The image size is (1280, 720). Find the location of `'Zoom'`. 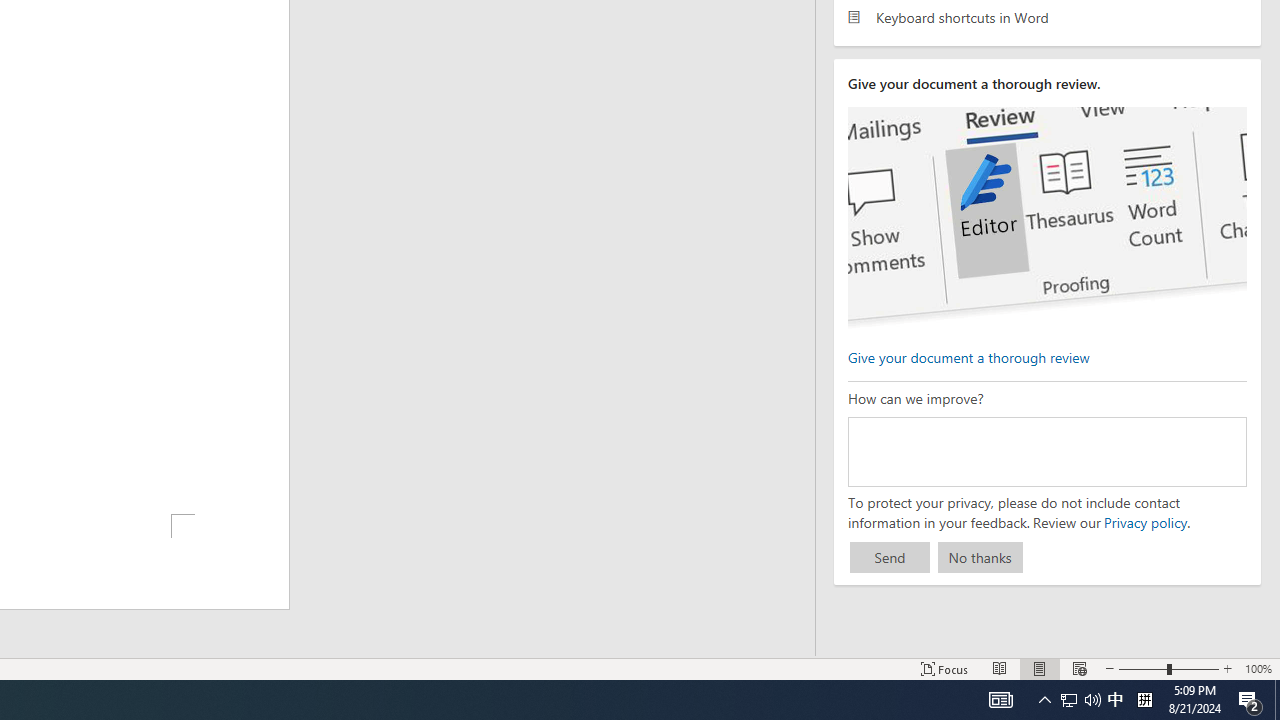

'Zoom' is located at coordinates (1168, 669).